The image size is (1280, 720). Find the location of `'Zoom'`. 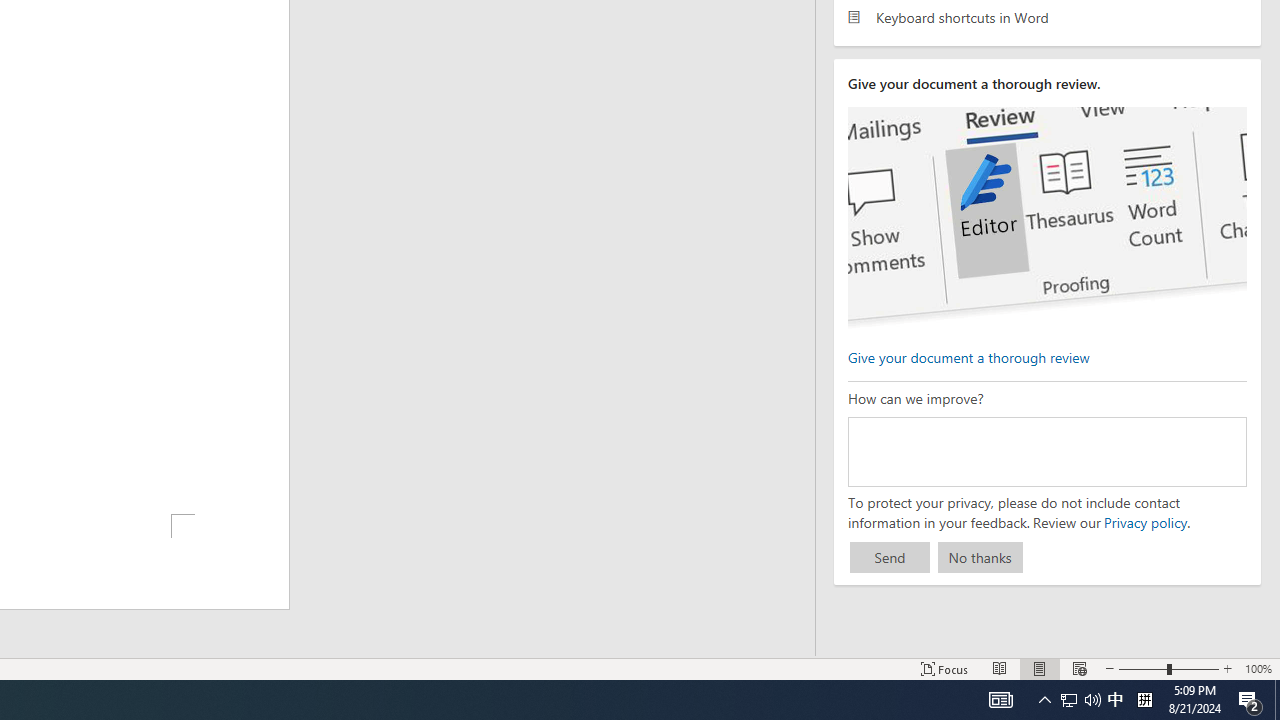

'Zoom' is located at coordinates (1168, 669).